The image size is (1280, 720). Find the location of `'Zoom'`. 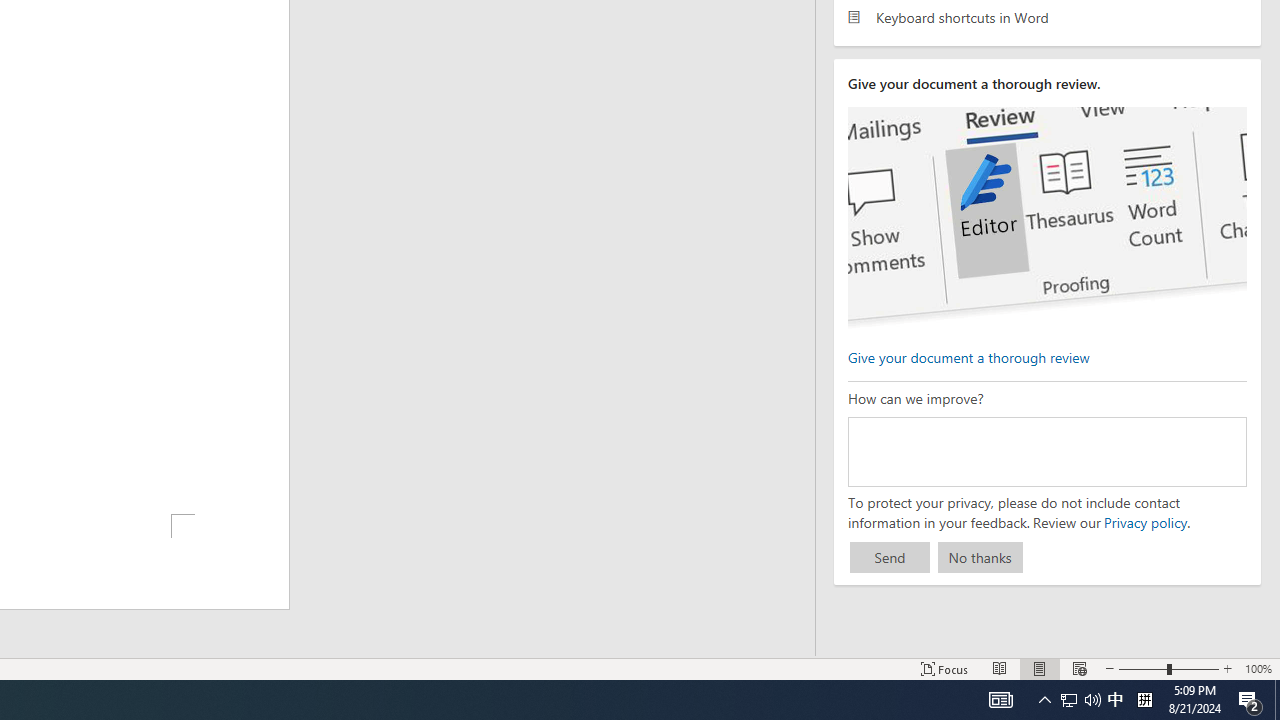

'Zoom' is located at coordinates (1168, 669).